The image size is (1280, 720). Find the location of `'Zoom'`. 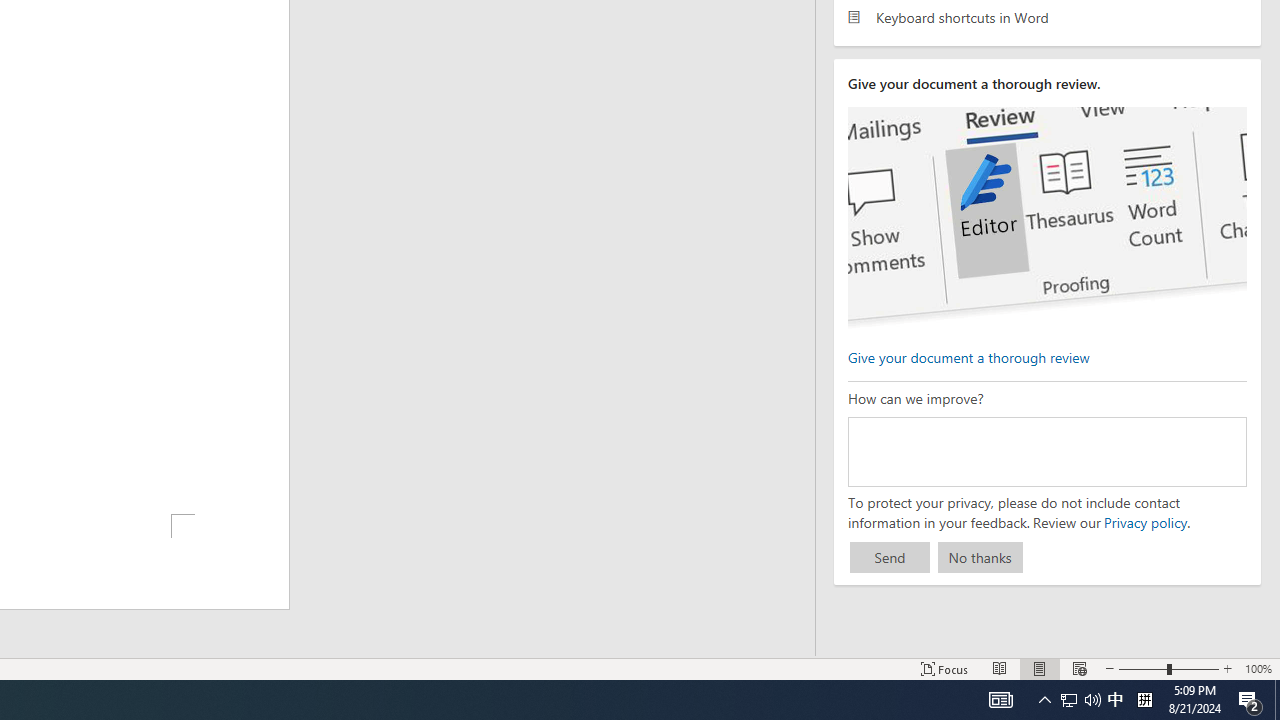

'Zoom' is located at coordinates (1168, 669).